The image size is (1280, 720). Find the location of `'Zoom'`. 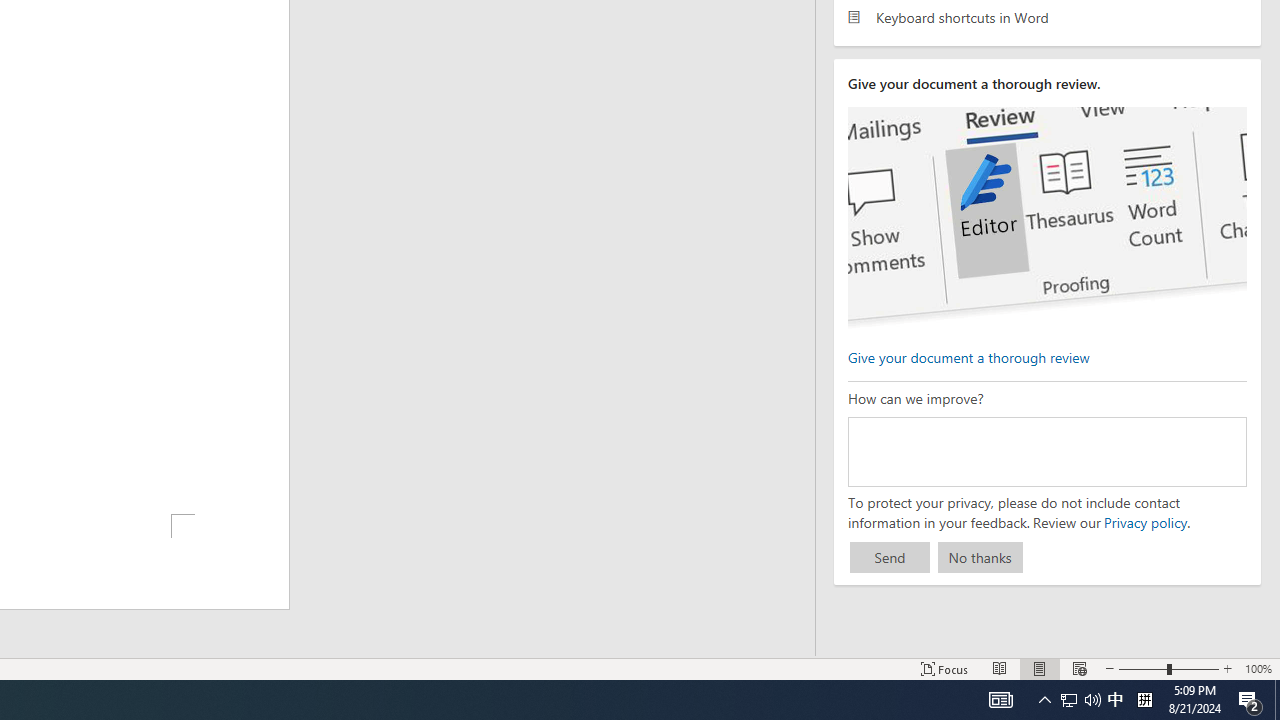

'Zoom' is located at coordinates (1168, 669).